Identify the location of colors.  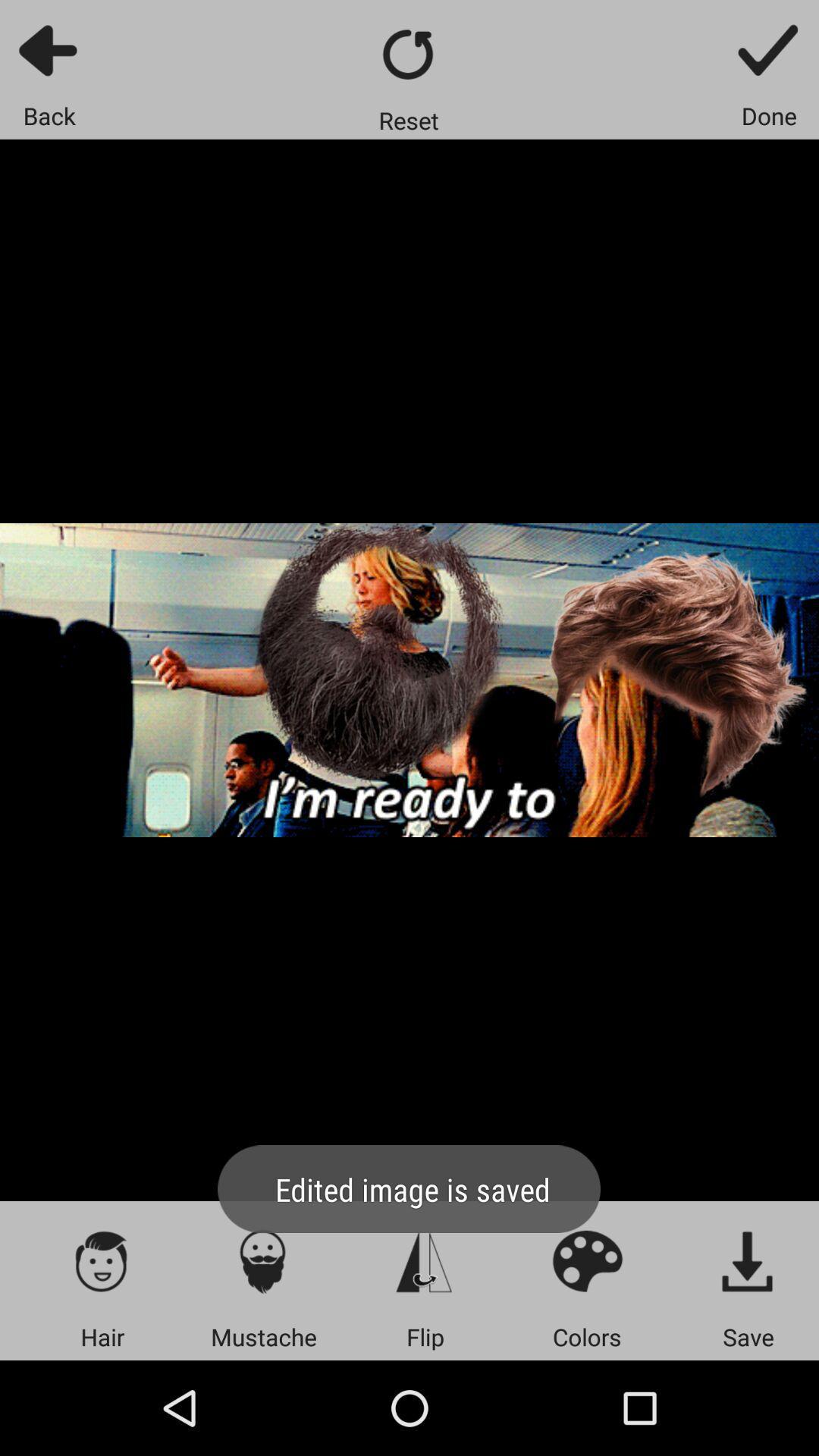
(586, 1260).